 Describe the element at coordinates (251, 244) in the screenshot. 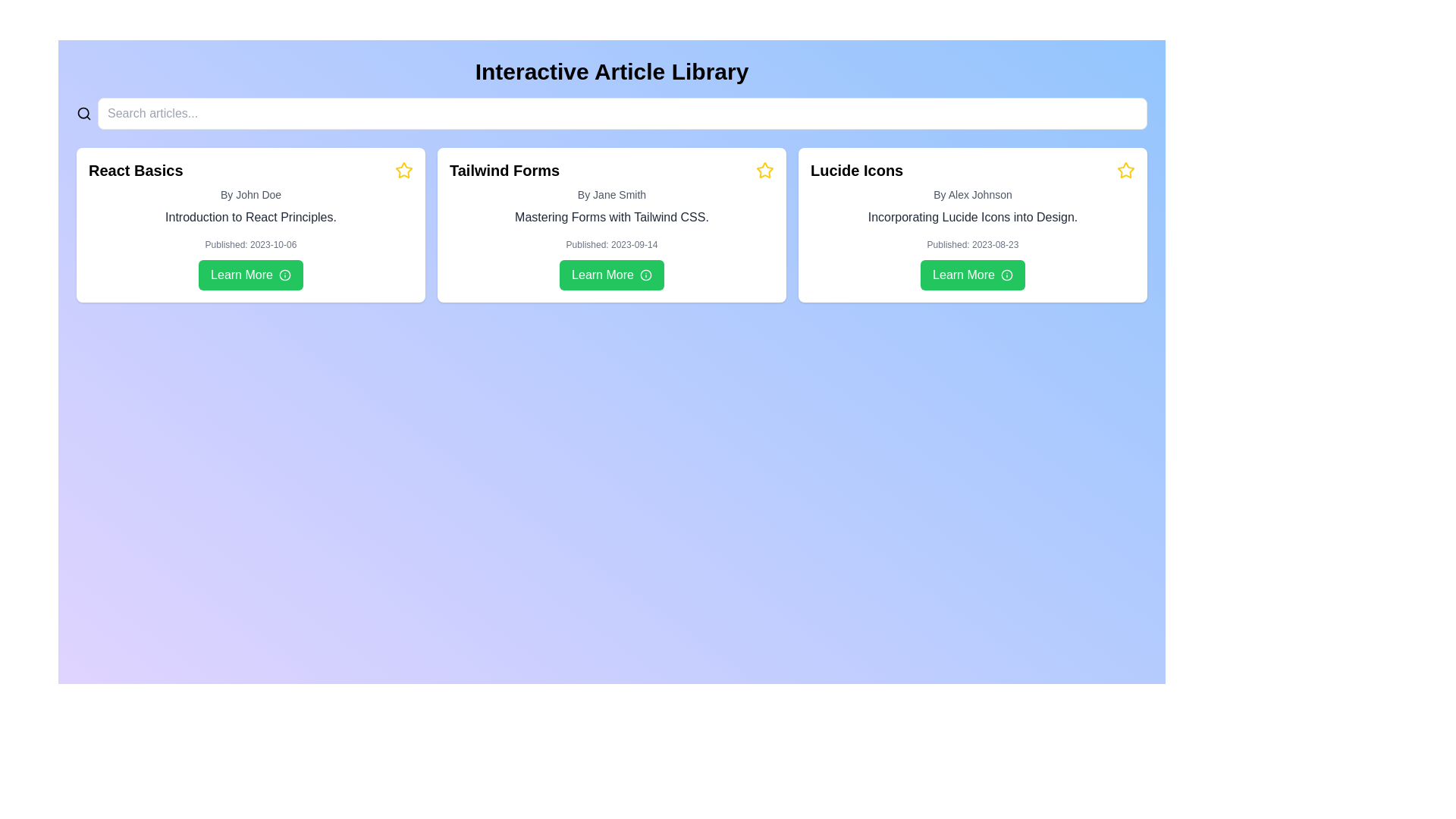

I see `the text label displaying the publication date of the article 'React Basics' located below 'Introduction to React Principles.' and above the 'Learn More' button` at that location.